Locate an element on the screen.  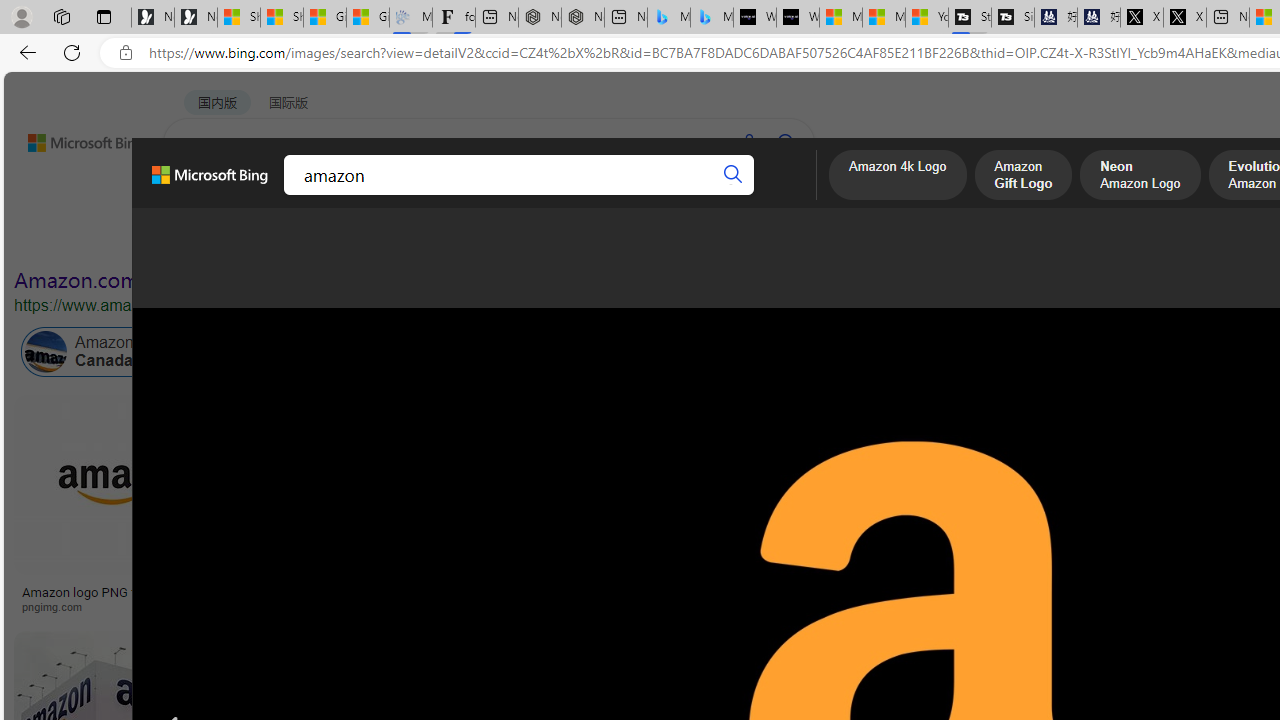
'MAPS' is located at coordinates (698, 195).